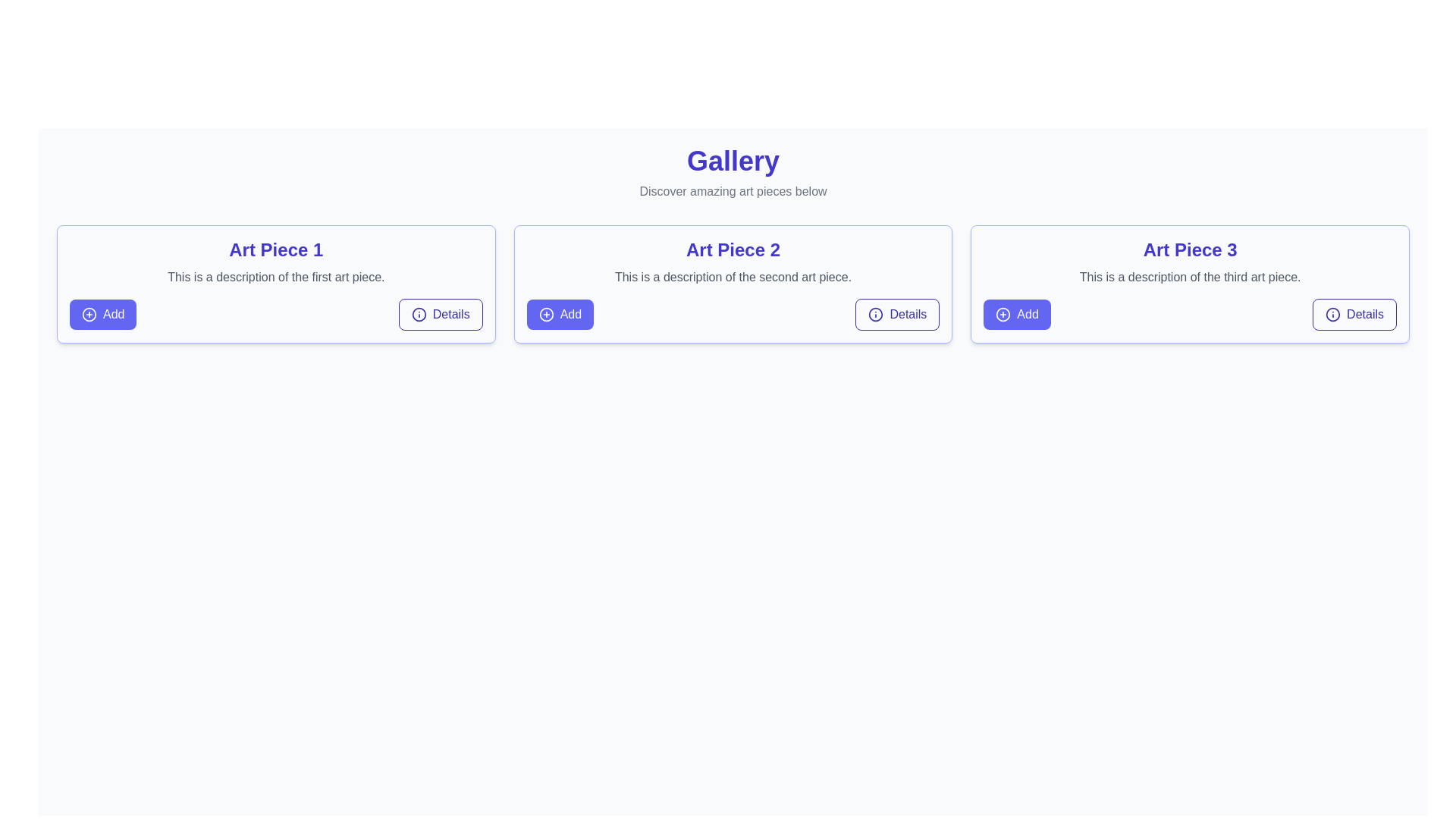 The height and width of the screenshot is (819, 1456). What do you see at coordinates (559, 314) in the screenshot?
I see `the 'Add' button with a solid blue background and a white plus icon, located in the bottom-left corner of the 'Art Piece 2' card` at bounding box center [559, 314].